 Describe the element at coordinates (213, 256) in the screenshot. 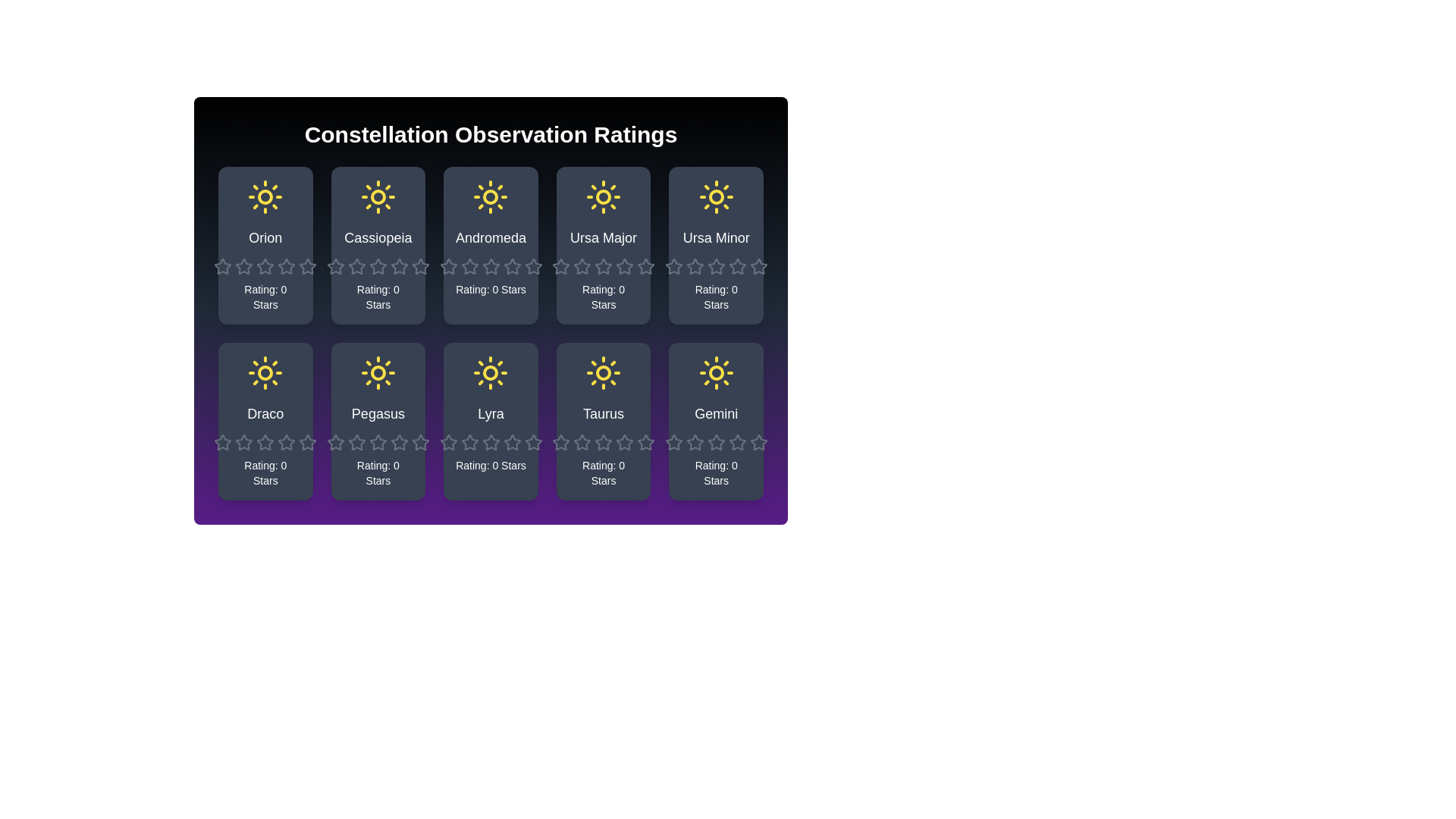

I see `the rating of a constellation to 1 stars by clicking on the corresponding star` at that location.